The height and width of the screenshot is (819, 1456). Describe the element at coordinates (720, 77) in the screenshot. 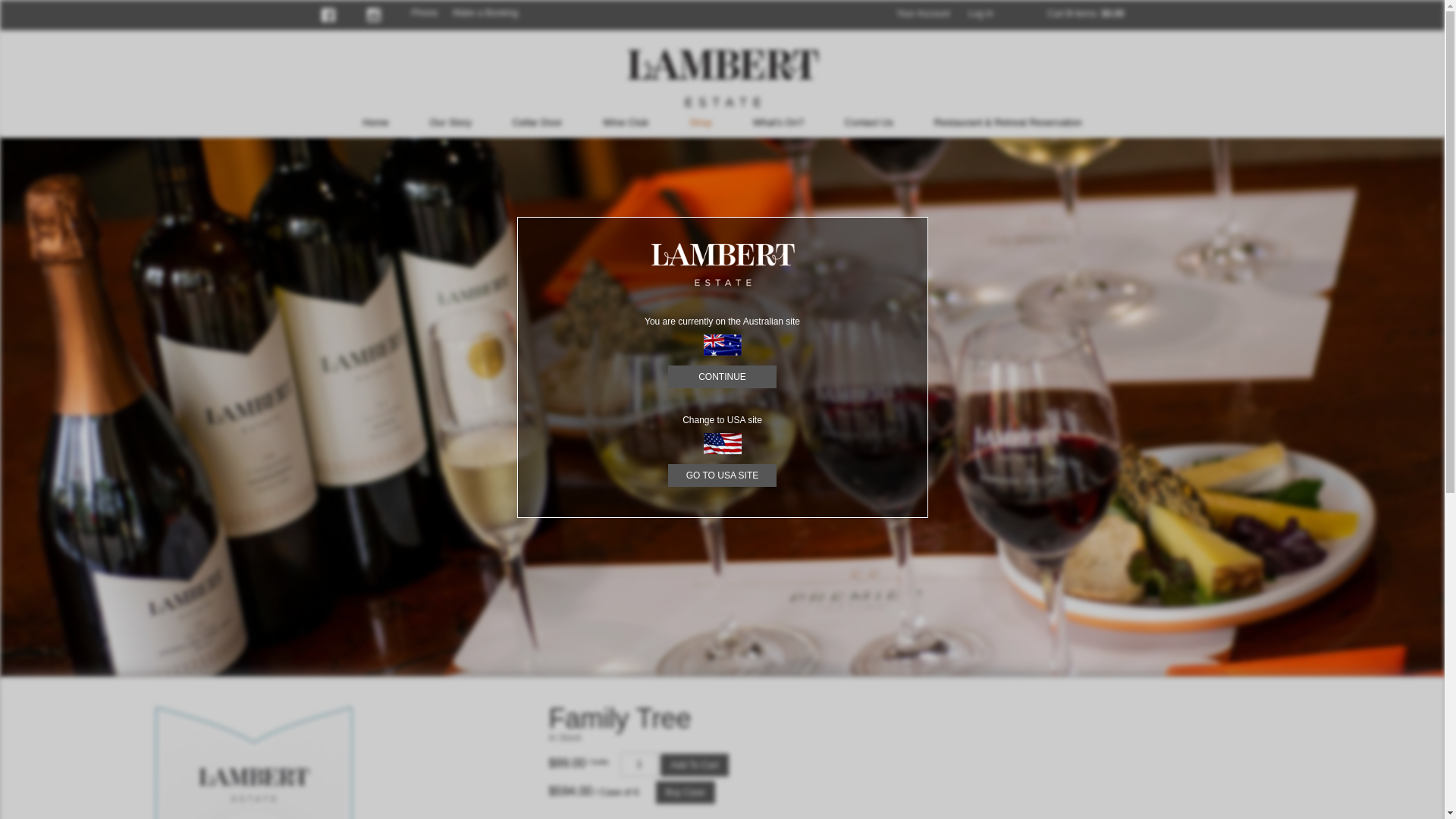

I see `'Lambert Estate Wines PTY LTD'` at that location.